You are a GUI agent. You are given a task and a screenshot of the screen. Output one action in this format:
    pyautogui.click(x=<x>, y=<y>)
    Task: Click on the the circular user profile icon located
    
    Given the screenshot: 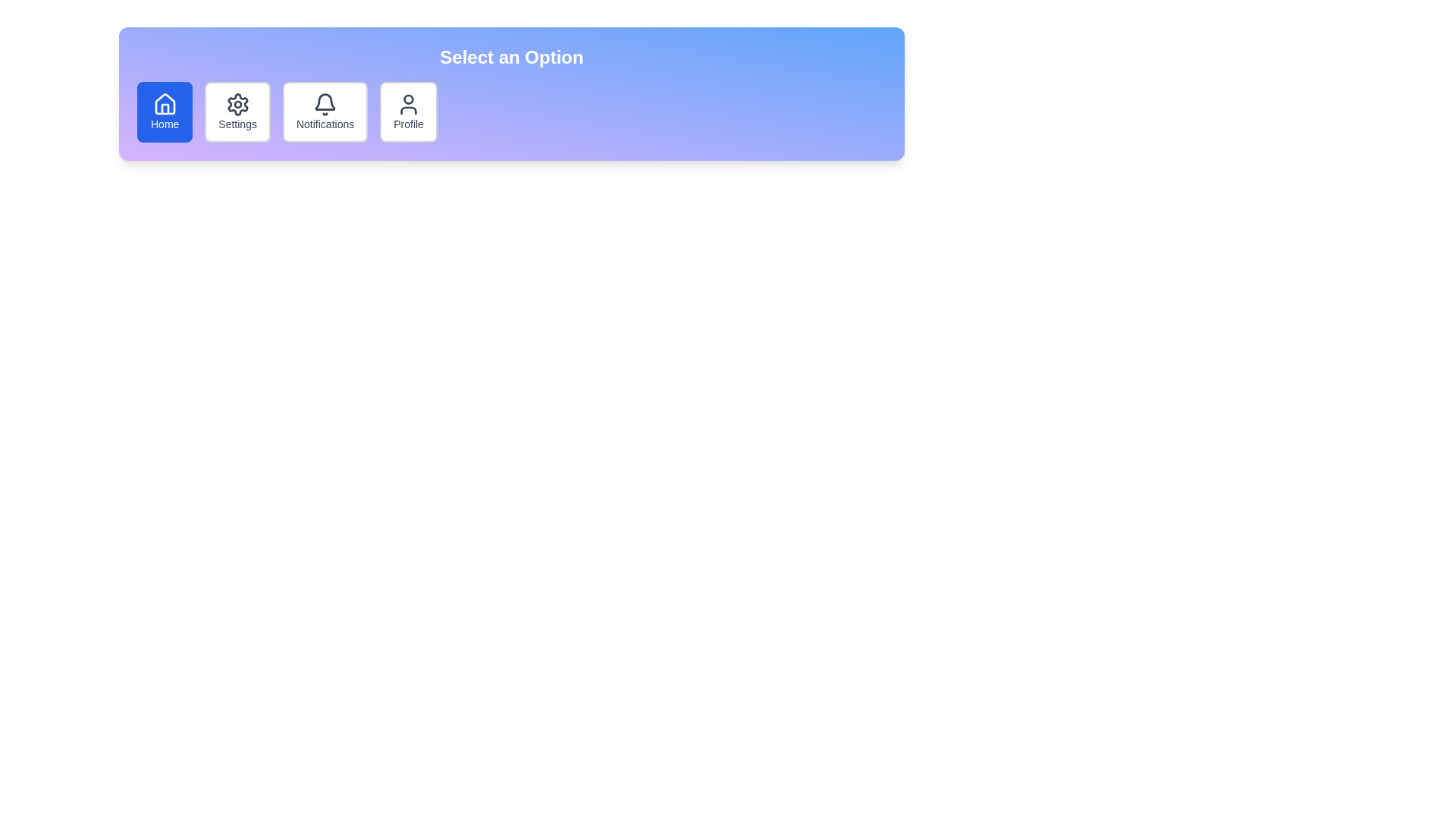 What is the action you would take?
    pyautogui.click(x=409, y=104)
    